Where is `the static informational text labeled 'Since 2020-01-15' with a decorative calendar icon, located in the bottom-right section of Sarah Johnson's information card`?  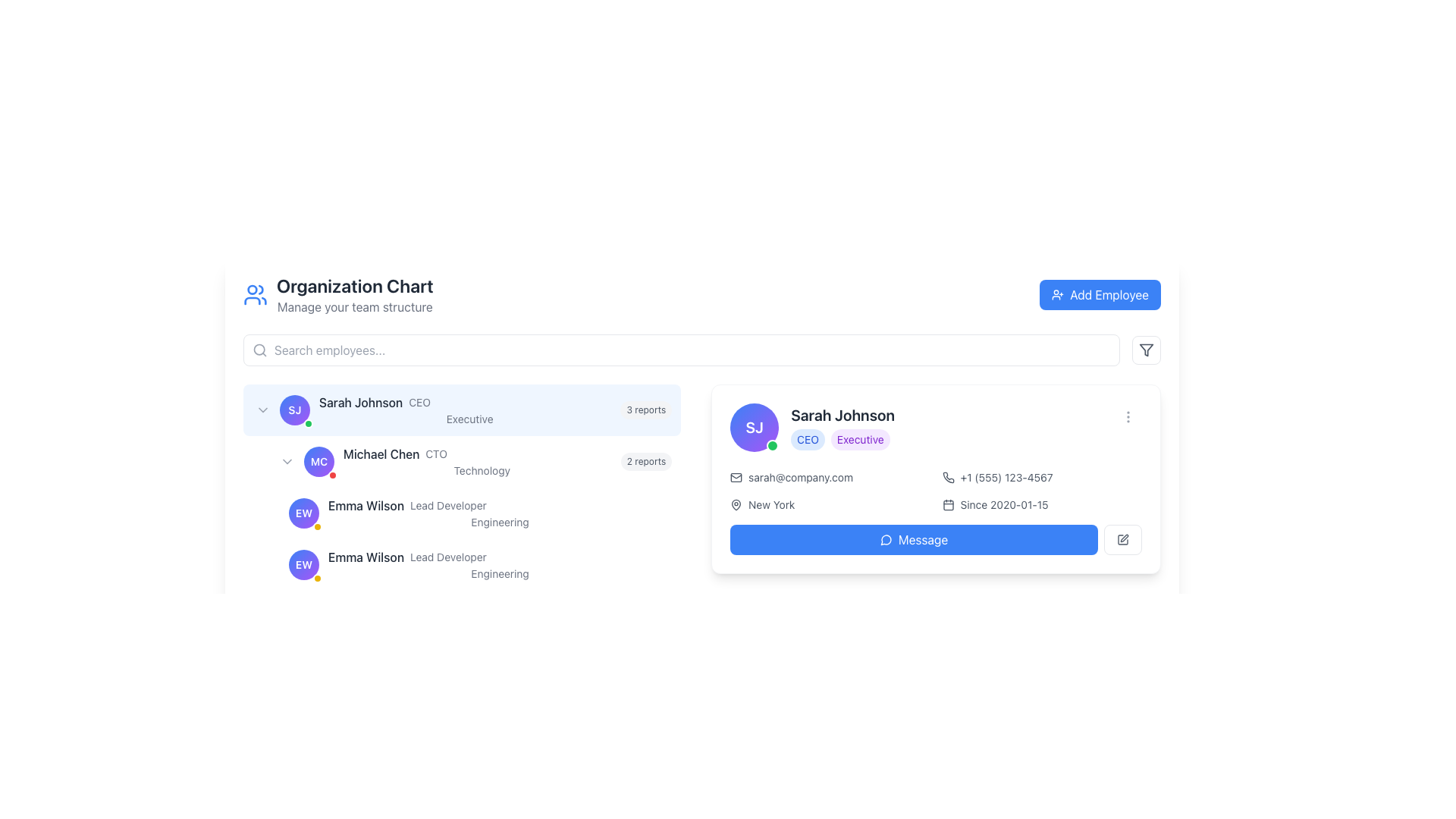
the static informational text labeled 'Since 2020-01-15' with a decorative calendar icon, located in the bottom-right section of Sarah Johnson's information card is located at coordinates (1041, 505).